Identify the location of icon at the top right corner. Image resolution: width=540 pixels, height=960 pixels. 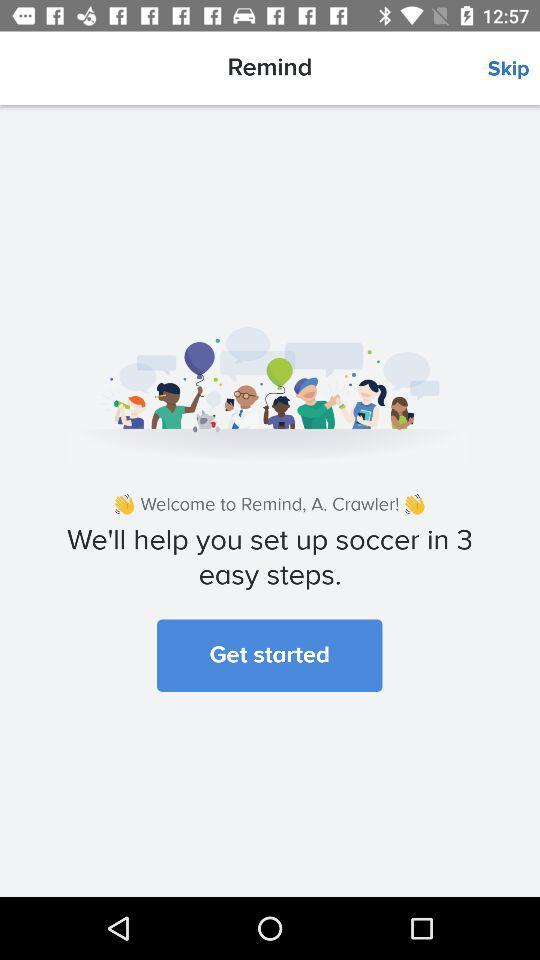
(513, 69).